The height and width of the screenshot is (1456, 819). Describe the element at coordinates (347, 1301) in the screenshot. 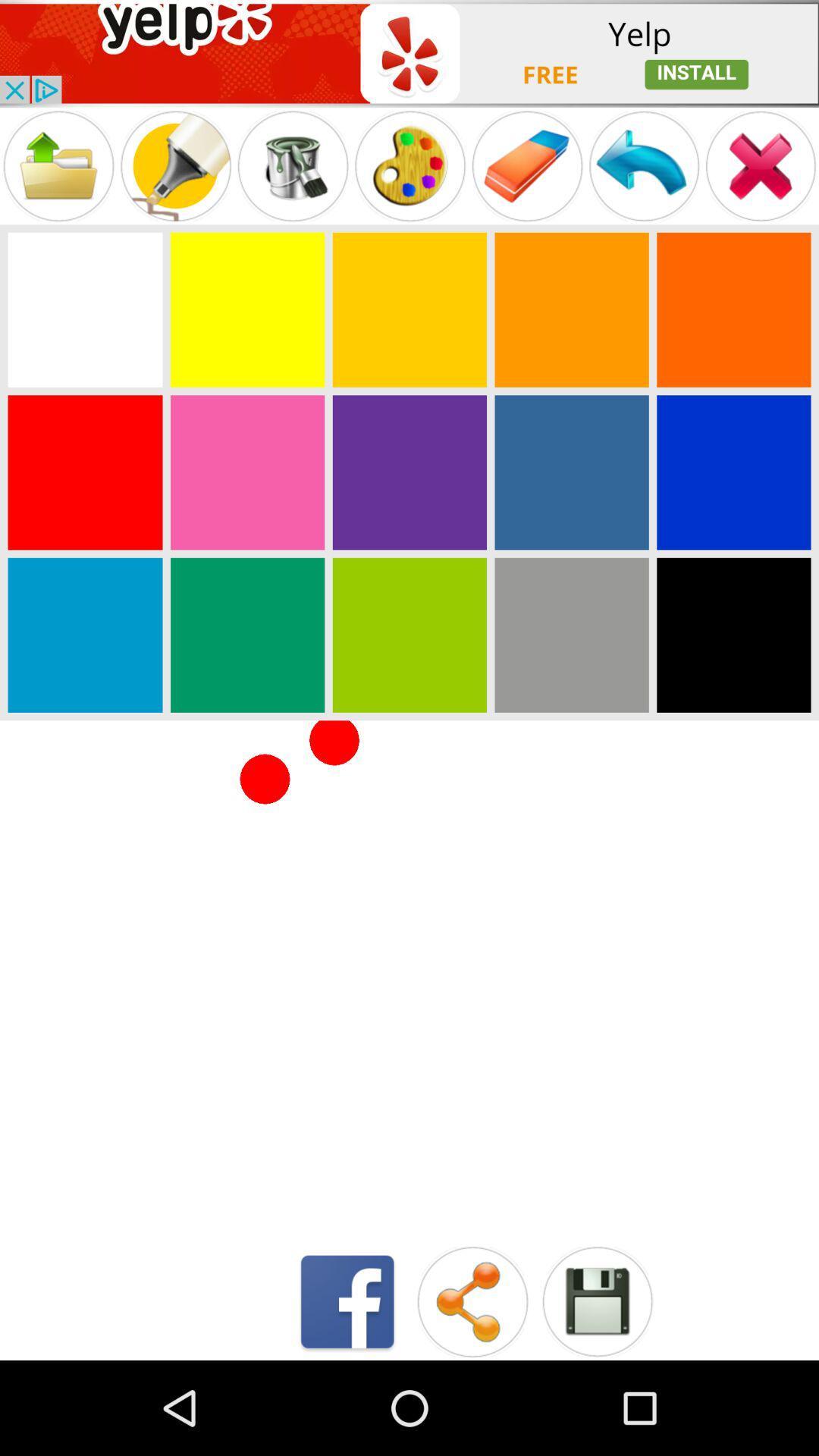

I see `open facebook` at that location.